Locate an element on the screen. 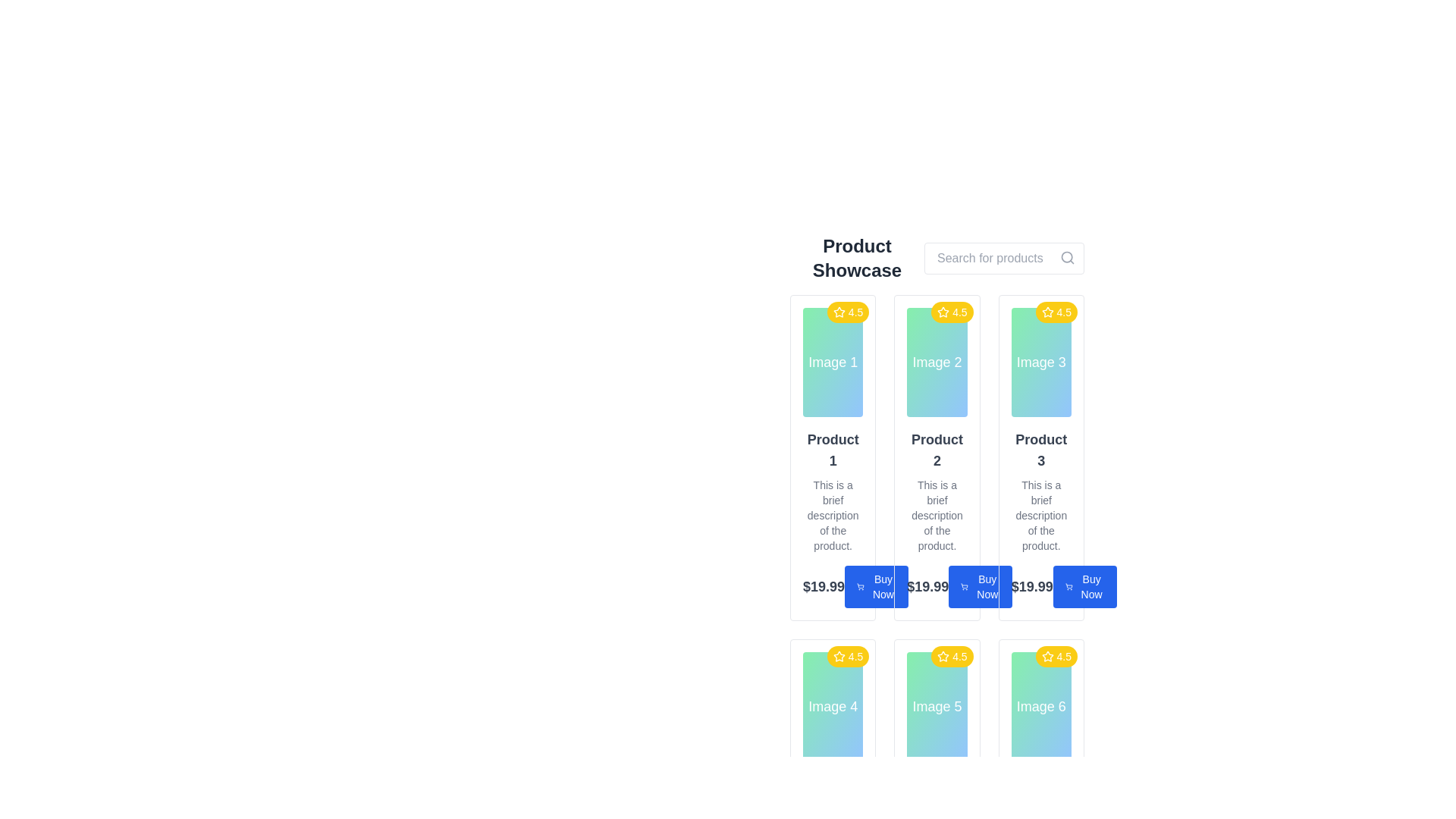  rating information displayed in the Rating component for 'Product 6', which shows a yellow rounded background with a white star icon and the text '4.5' is located at coordinates (1056, 656).